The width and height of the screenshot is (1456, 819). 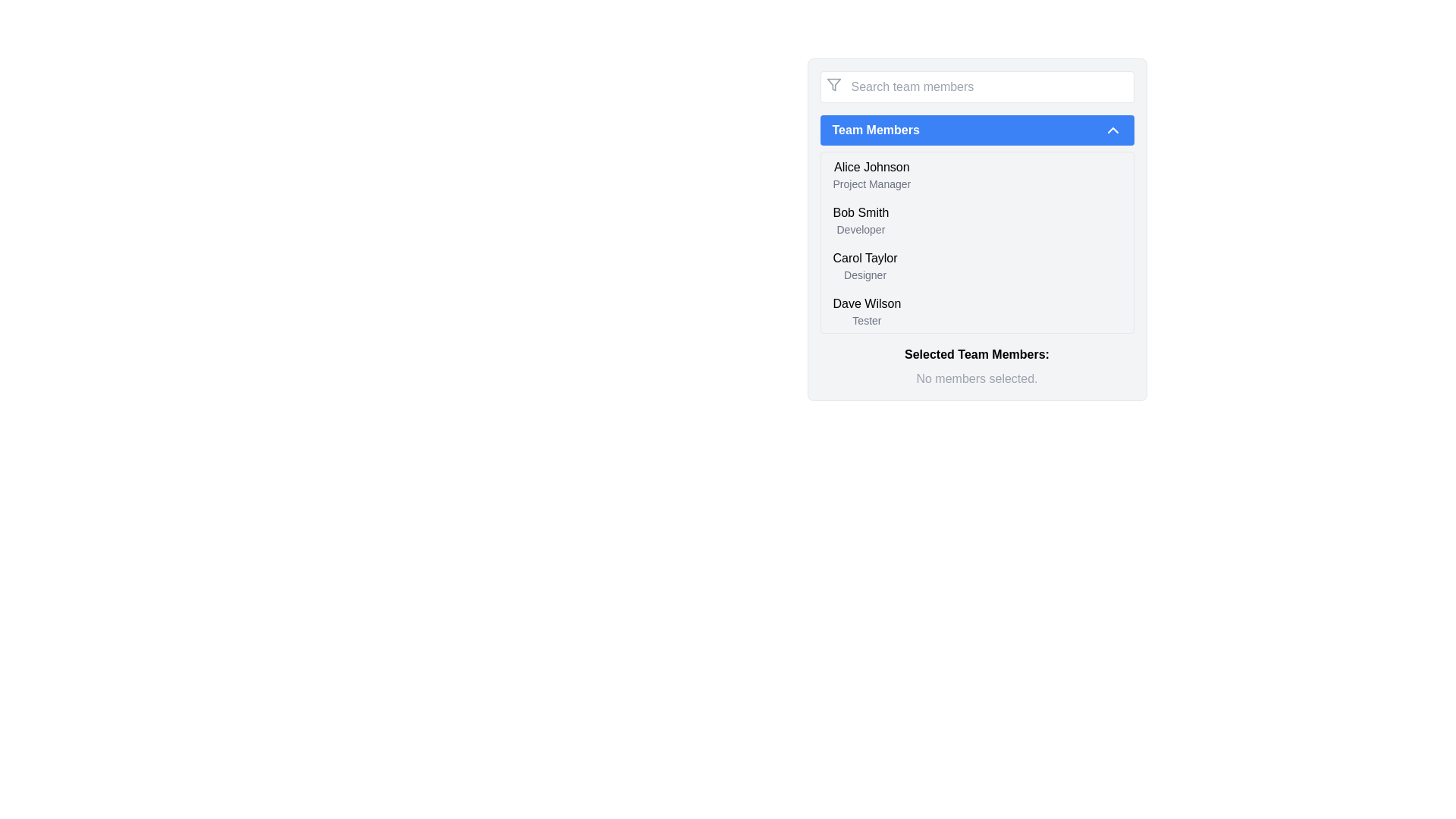 I want to click on the static text label that displays 'Project Manager', which is styled with a small gray font and positioned directly beneath 'Alice Johnson' in the 'Team Members' list box, so click(x=871, y=184).